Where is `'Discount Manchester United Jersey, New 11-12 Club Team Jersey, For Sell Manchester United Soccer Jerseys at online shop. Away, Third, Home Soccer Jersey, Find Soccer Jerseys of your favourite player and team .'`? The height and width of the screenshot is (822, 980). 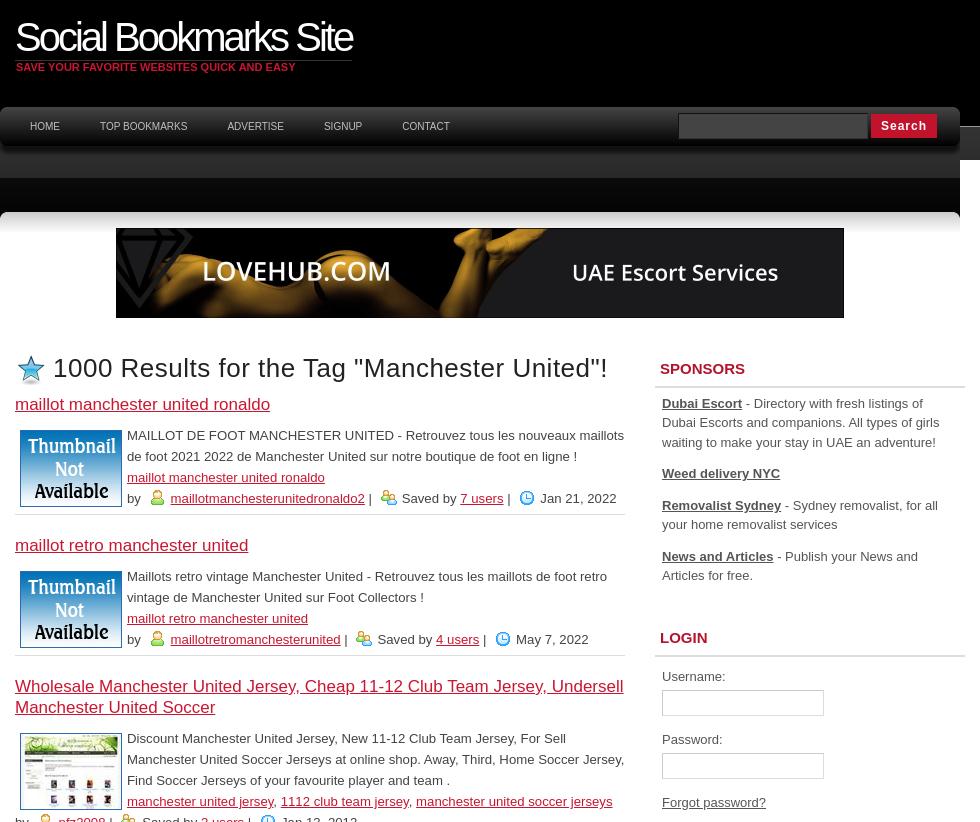 'Discount Manchester United Jersey, New 11-12 Club Team Jersey, For Sell Manchester United Soccer Jerseys at online shop. Away, Third, Home Soccer Jersey, Find Soccer Jerseys of your favourite player and team .' is located at coordinates (375, 758).